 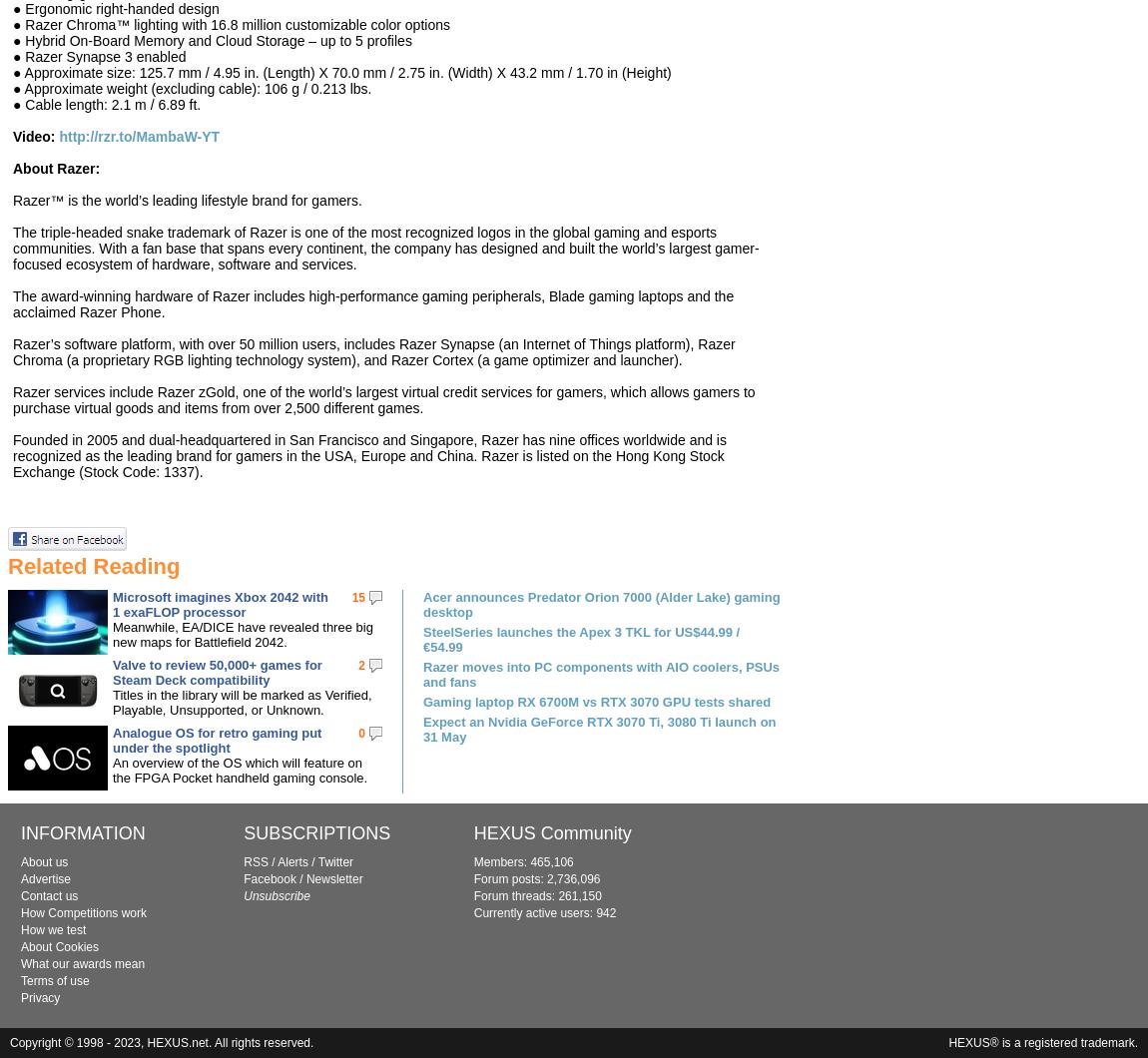 What do you see at coordinates (11, 351) in the screenshot?
I see `'Razer’s software platform, with over 50 million users, includes Razer Synapse (an Internet of Things platform), Razer Chroma (a proprietary RGB lighting technology system), and Razer Cortex (a game optimizer and launcher).'` at bounding box center [11, 351].